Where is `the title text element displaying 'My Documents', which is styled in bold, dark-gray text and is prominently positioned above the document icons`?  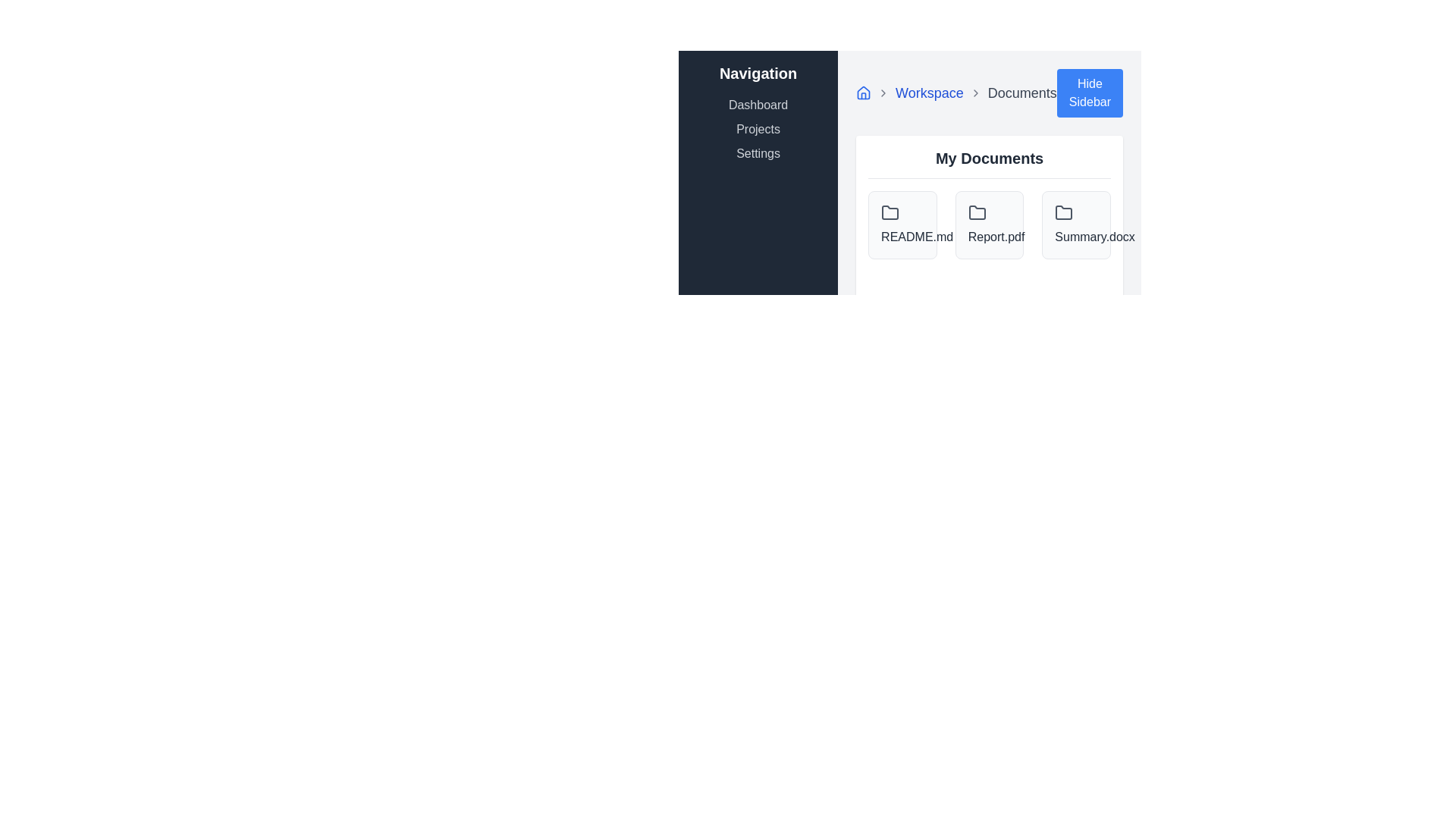
the title text element displaying 'My Documents', which is styled in bold, dark-gray text and is prominently positioned above the document icons is located at coordinates (990, 163).